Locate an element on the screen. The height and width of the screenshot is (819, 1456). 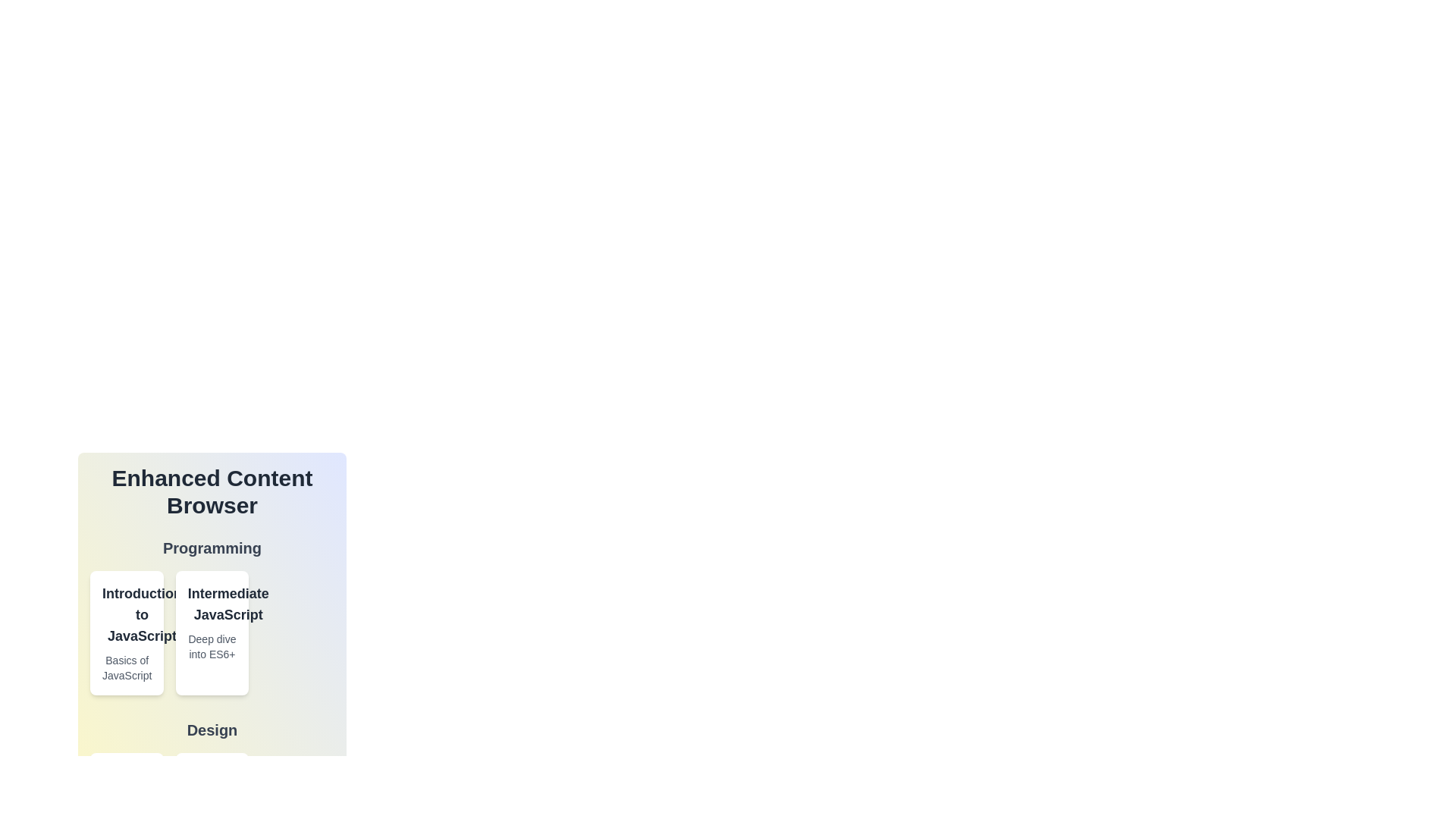
the category title Programming to focus on its items is located at coordinates (211, 548).